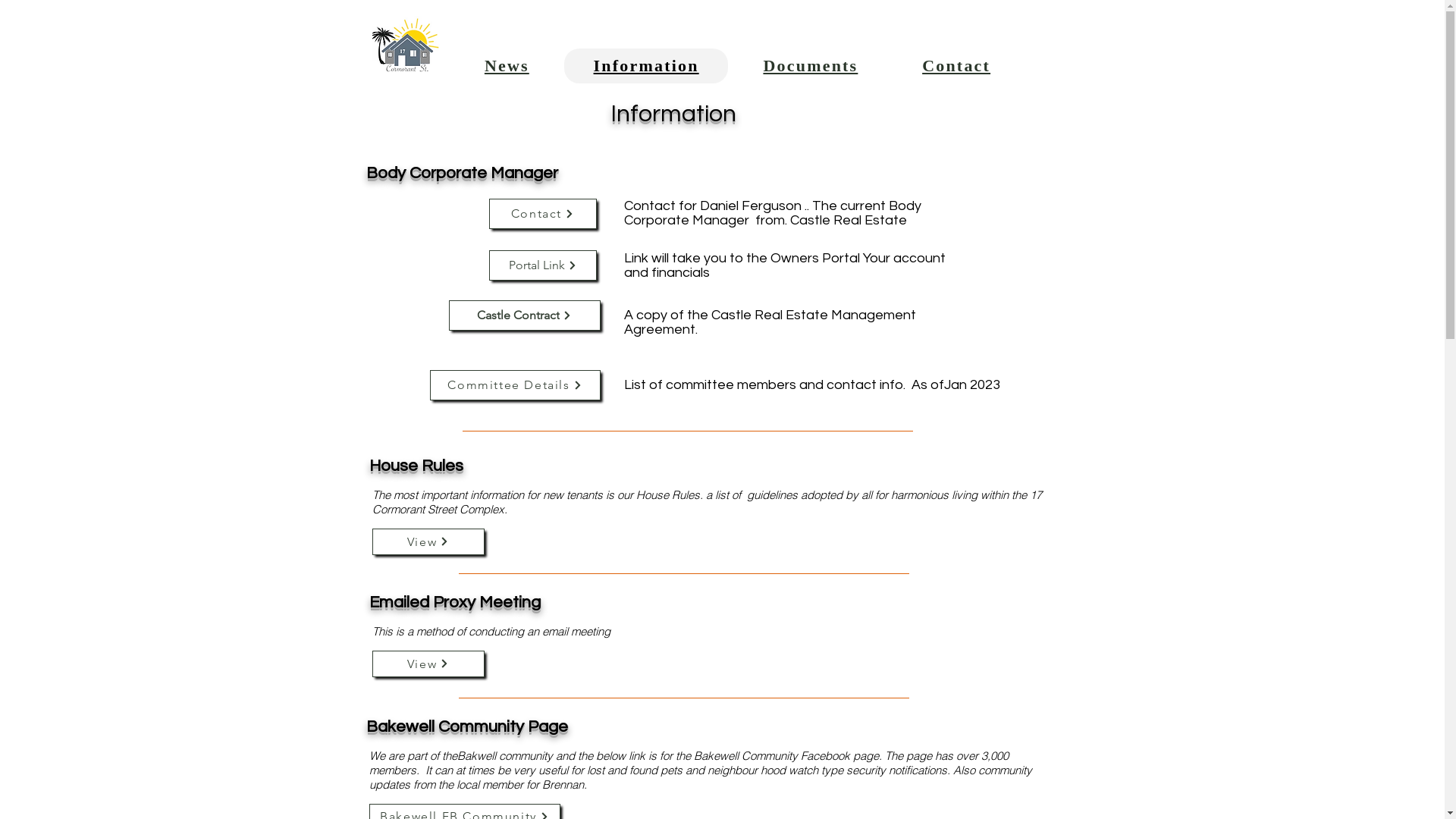 The height and width of the screenshot is (819, 1456). What do you see at coordinates (371, 541) in the screenshot?
I see `'View'` at bounding box center [371, 541].